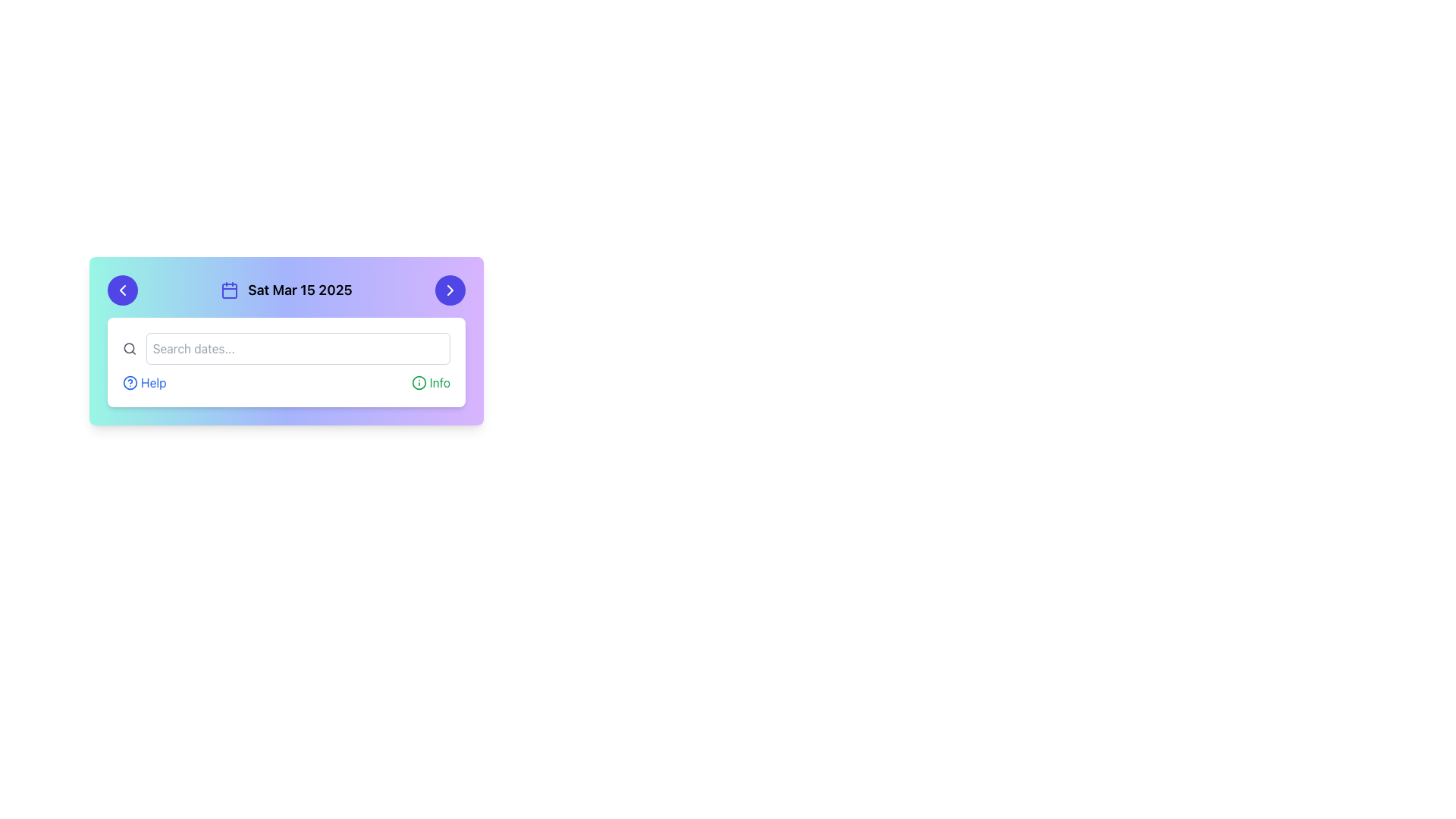 This screenshot has height=819, width=1456. Describe the element at coordinates (153, 382) in the screenshot. I see `the help hyperlink located at the lower left of the main user interface section, positioned to the right of the question mark icon and left of the 'Info' section` at that location.